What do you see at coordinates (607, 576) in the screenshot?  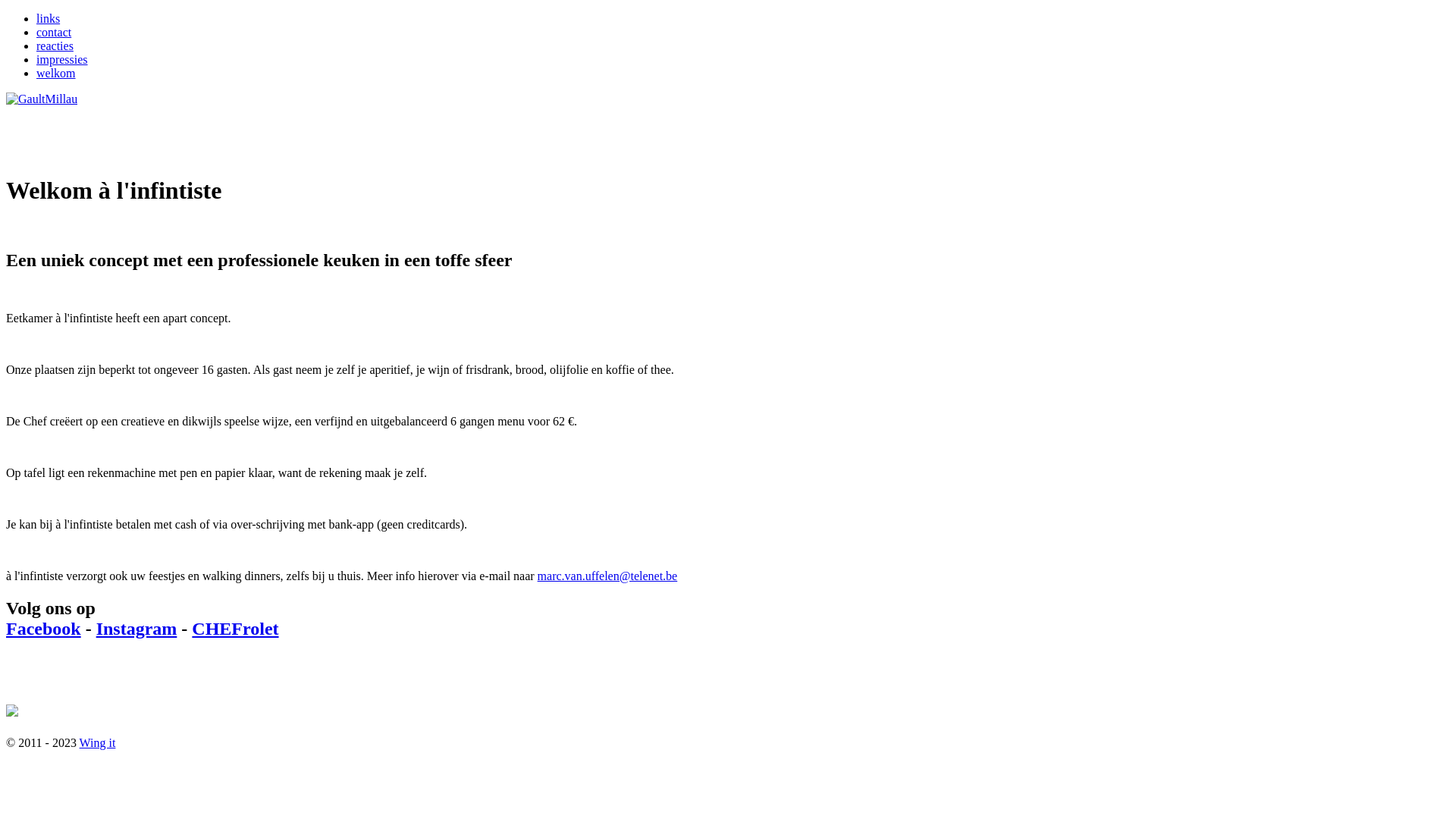 I see `'marc.van.uffelen@telenet.be'` at bounding box center [607, 576].